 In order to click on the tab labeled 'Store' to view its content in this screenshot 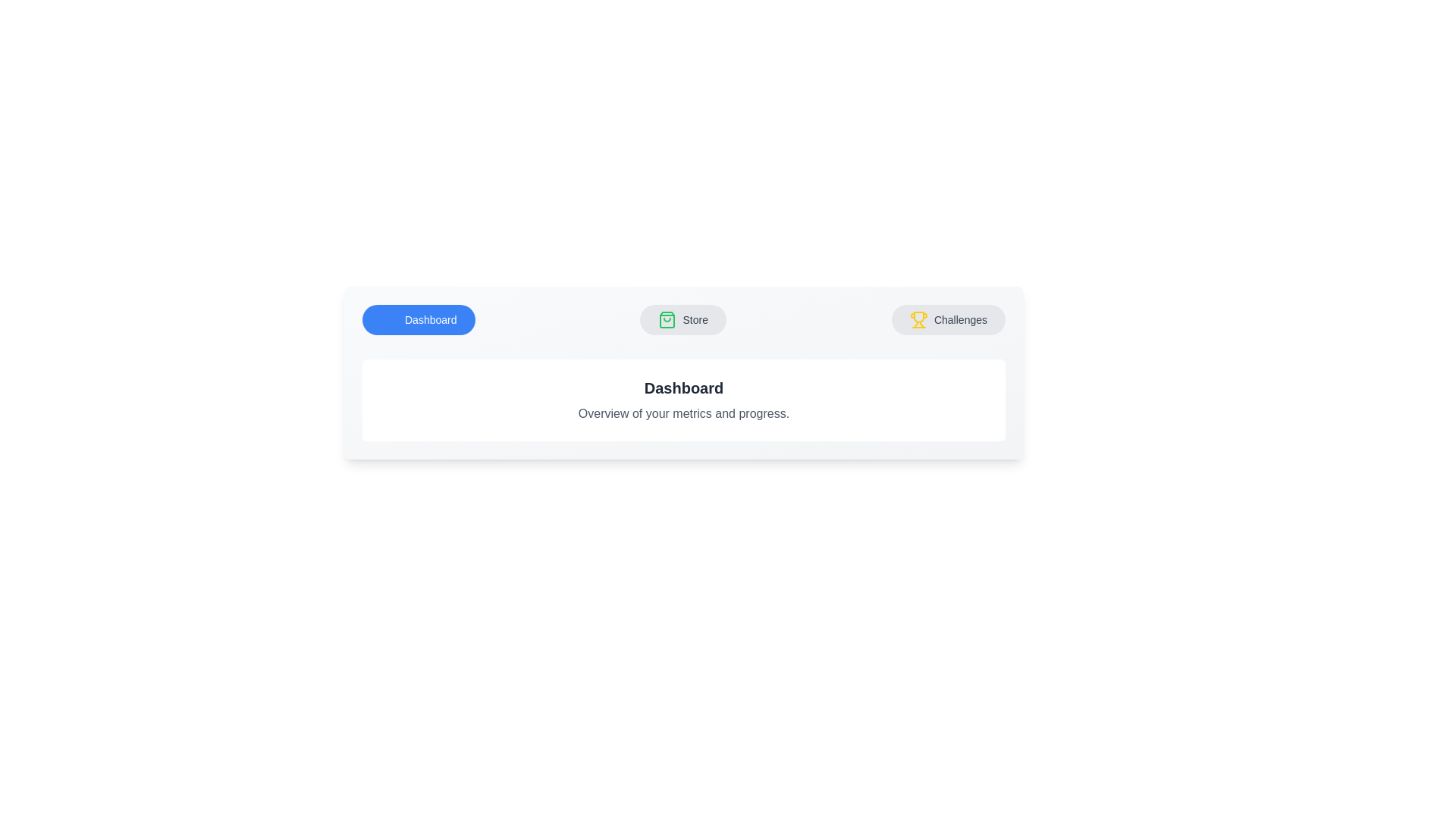, I will do `click(682, 318)`.